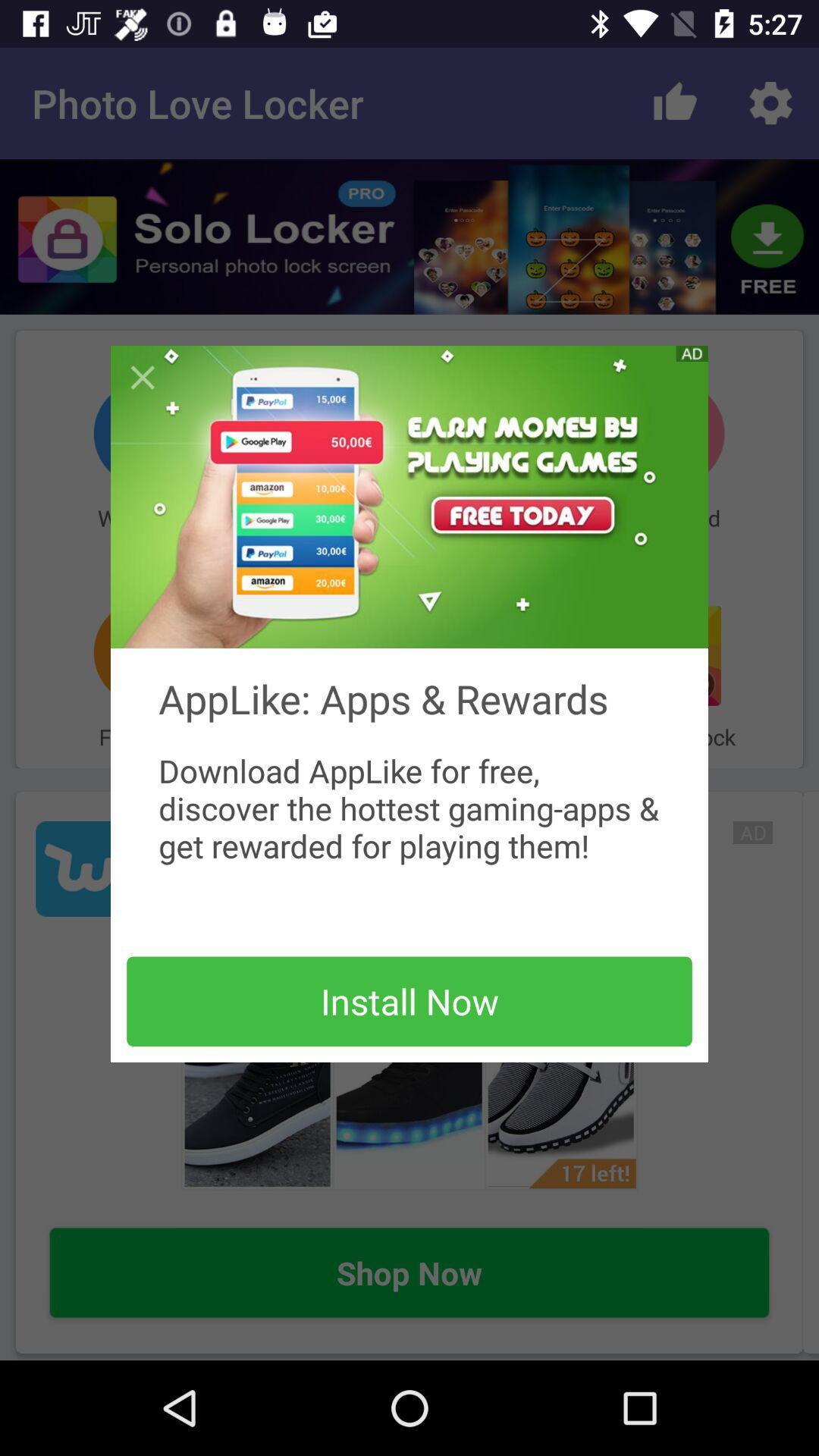  I want to click on he can activate the simple voice command, so click(143, 378).